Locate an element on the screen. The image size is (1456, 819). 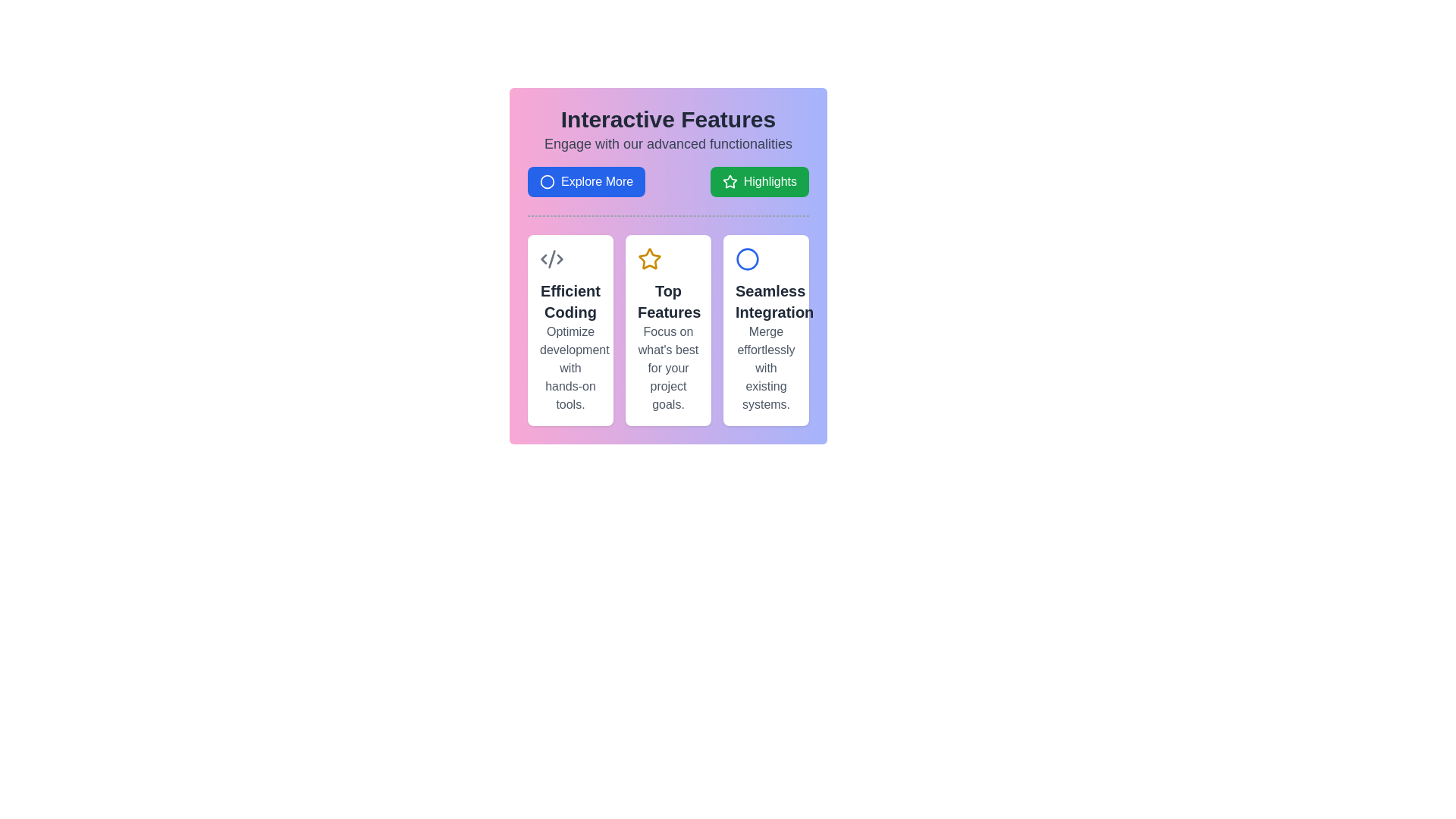
the 'Explore More' button using keyboard navigation is located at coordinates (585, 180).